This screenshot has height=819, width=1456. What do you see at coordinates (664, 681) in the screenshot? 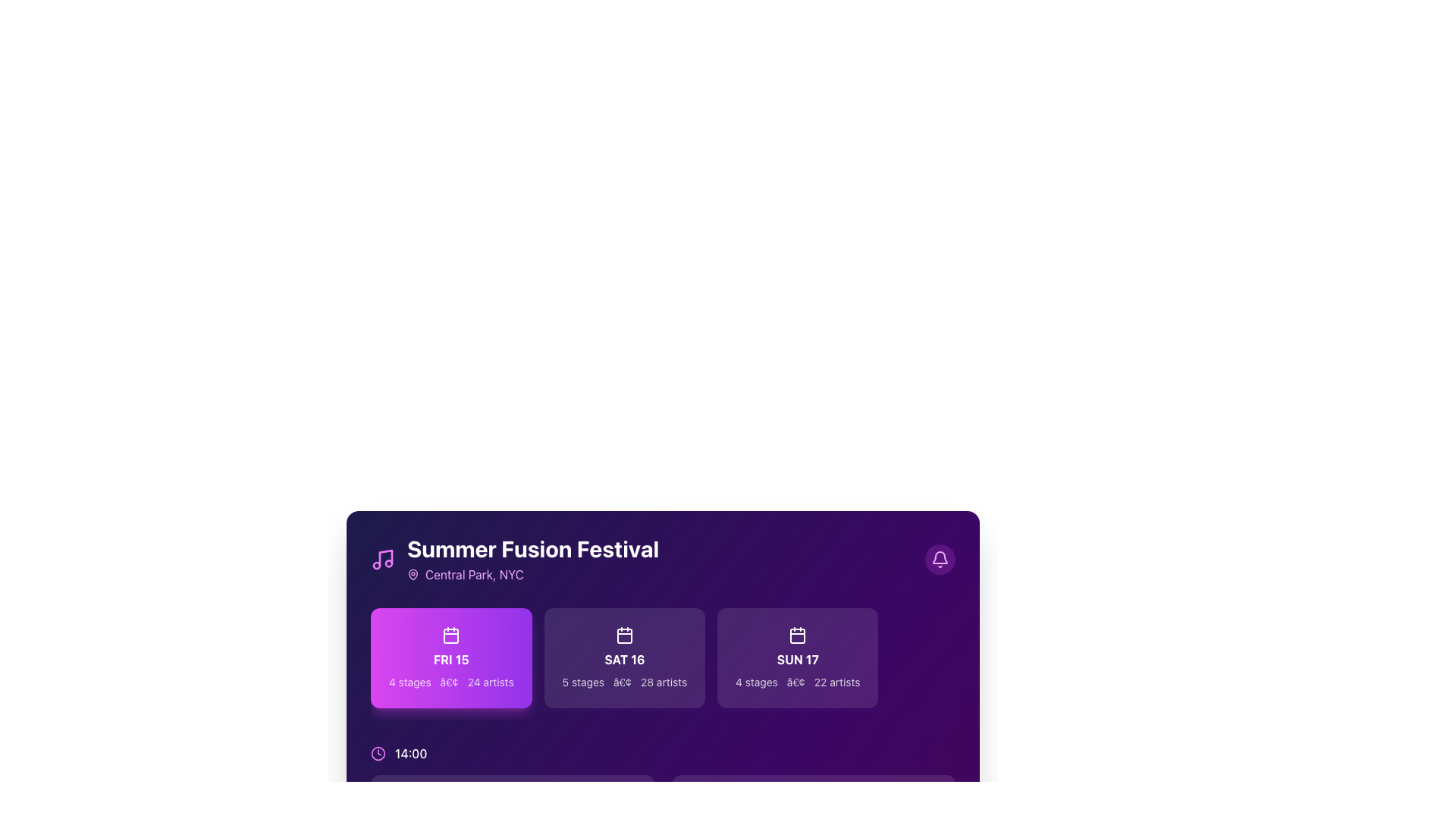
I see `the text label displaying '28 artists' which is located within the 'SAT 16' card, following the '5 stages' label and a dot separator` at bounding box center [664, 681].